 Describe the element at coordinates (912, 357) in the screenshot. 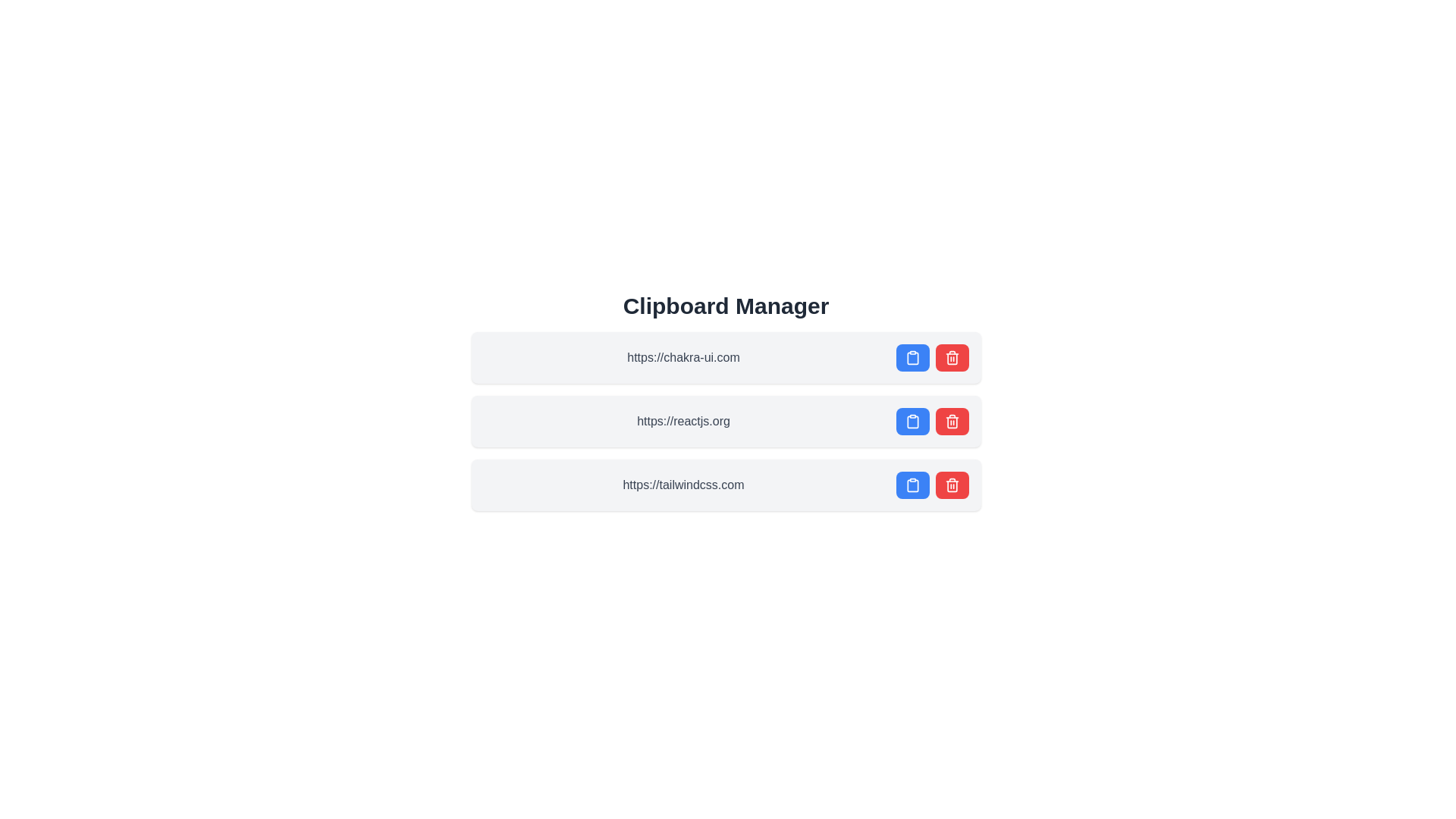

I see `the clipboard icon located on the right side of the first row in a list displaying URLs, which serves the purpose of 'copy to clipboard'` at that location.